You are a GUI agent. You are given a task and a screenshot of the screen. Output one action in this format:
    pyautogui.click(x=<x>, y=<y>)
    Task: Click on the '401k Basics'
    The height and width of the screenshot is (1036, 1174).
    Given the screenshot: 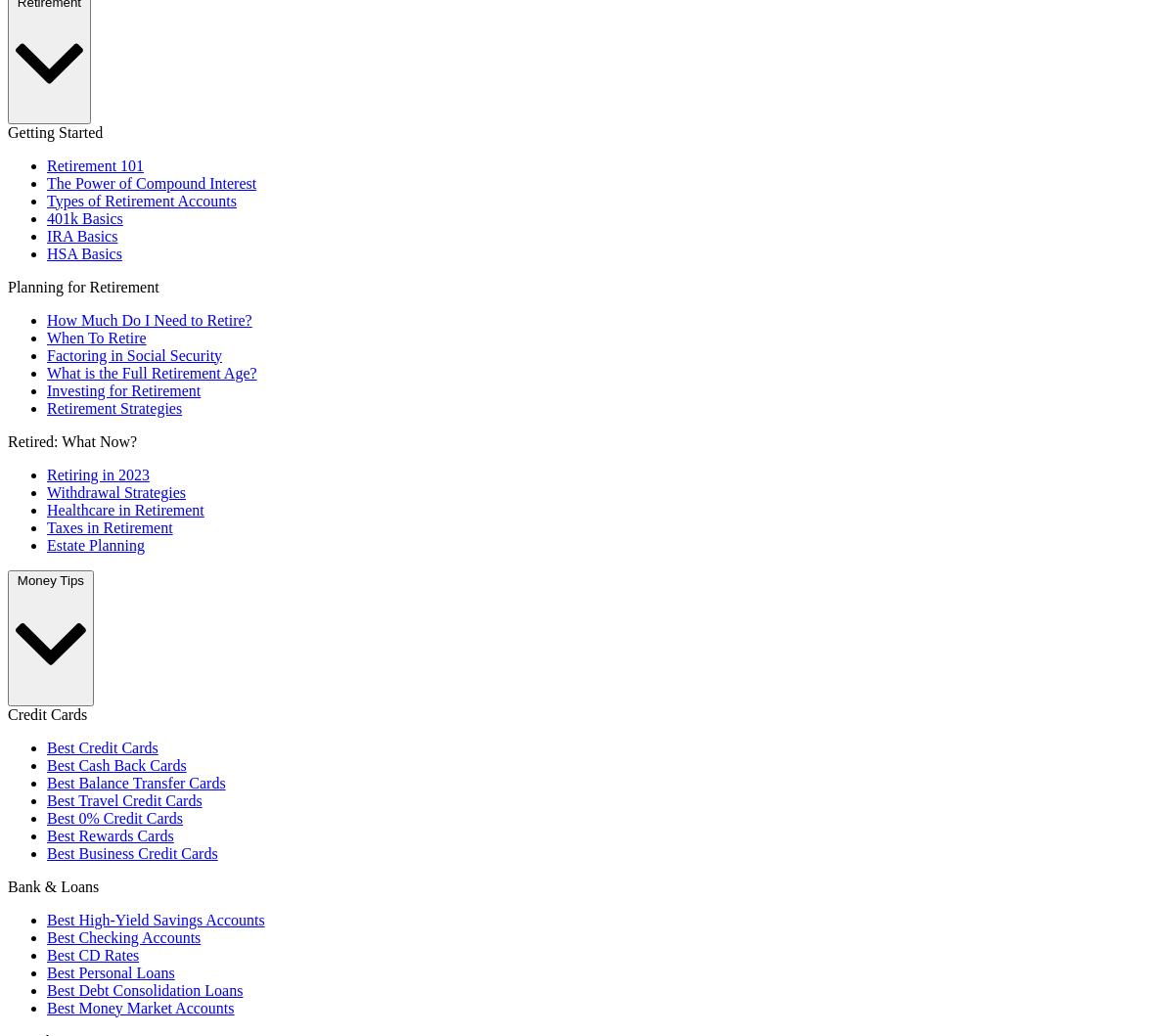 What is the action you would take?
    pyautogui.click(x=84, y=217)
    